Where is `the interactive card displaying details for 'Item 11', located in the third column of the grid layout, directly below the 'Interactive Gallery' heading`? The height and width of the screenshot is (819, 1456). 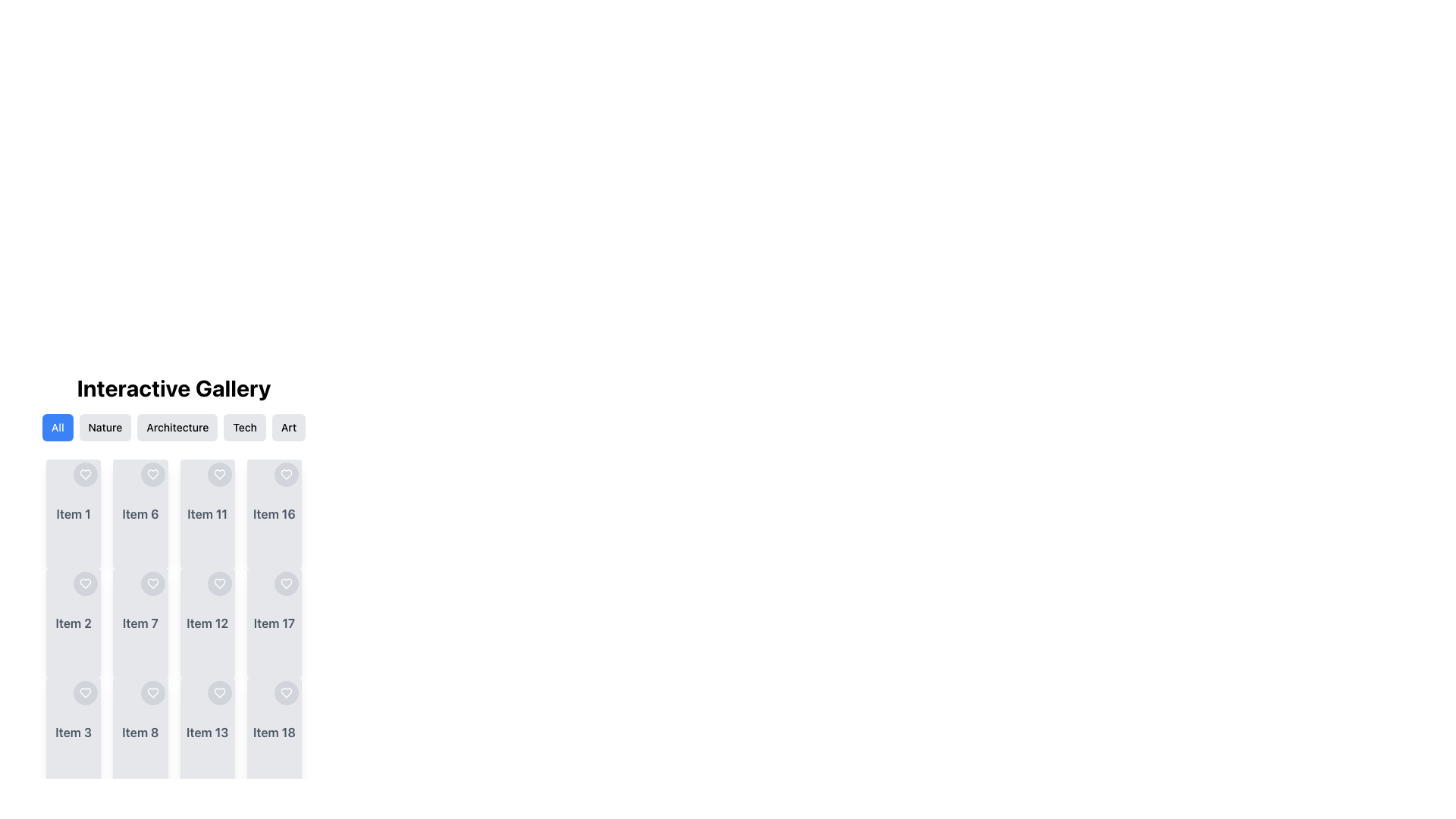
the interactive card displaying details for 'Item 11', located in the third column of the grid layout, directly below the 'Interactive Gallery' heading is located at coordinates (206, 513).